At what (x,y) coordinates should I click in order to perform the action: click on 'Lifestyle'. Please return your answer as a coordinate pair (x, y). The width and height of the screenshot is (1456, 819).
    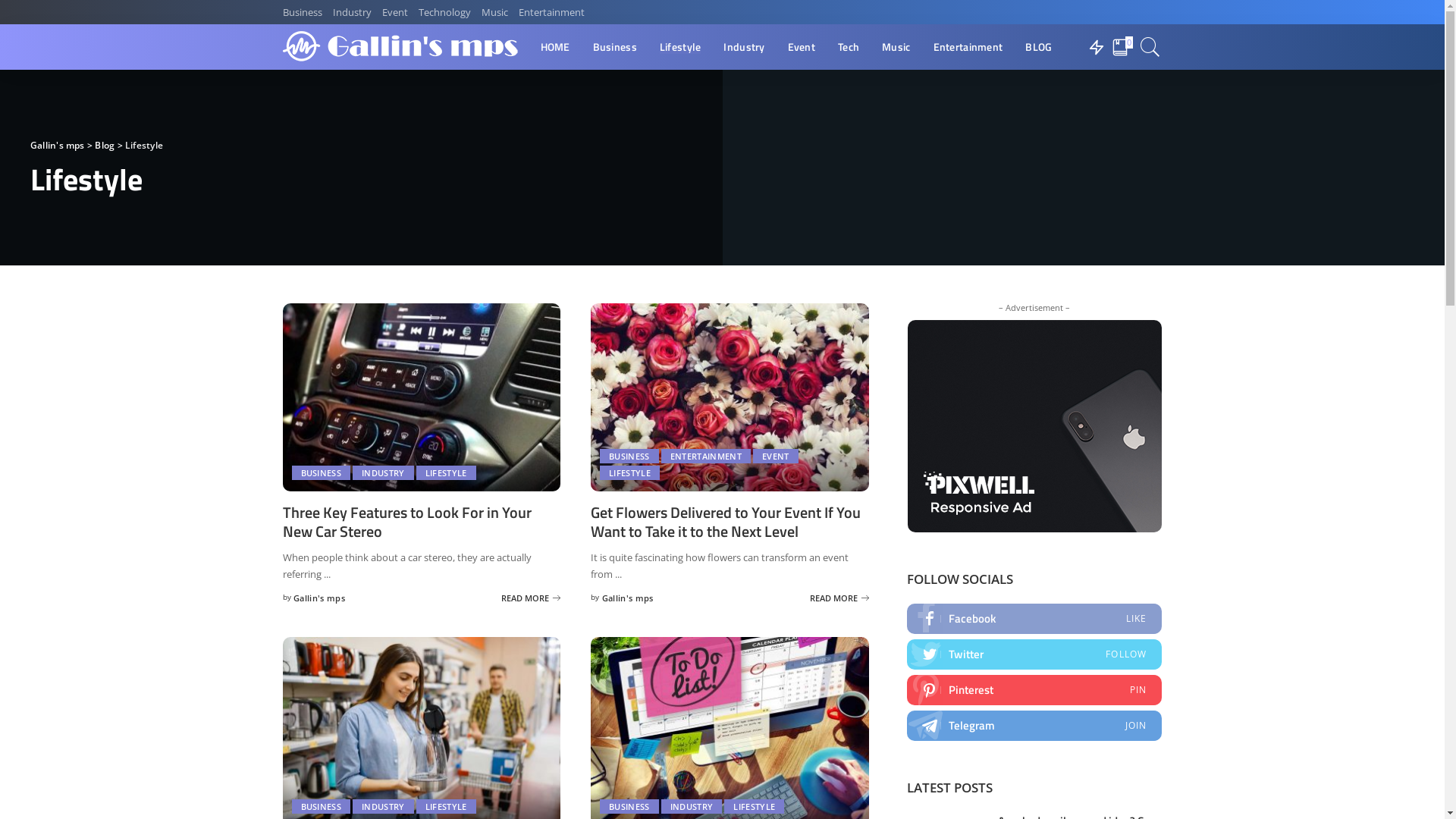
    Looking at the image, I should click on (679, 45).